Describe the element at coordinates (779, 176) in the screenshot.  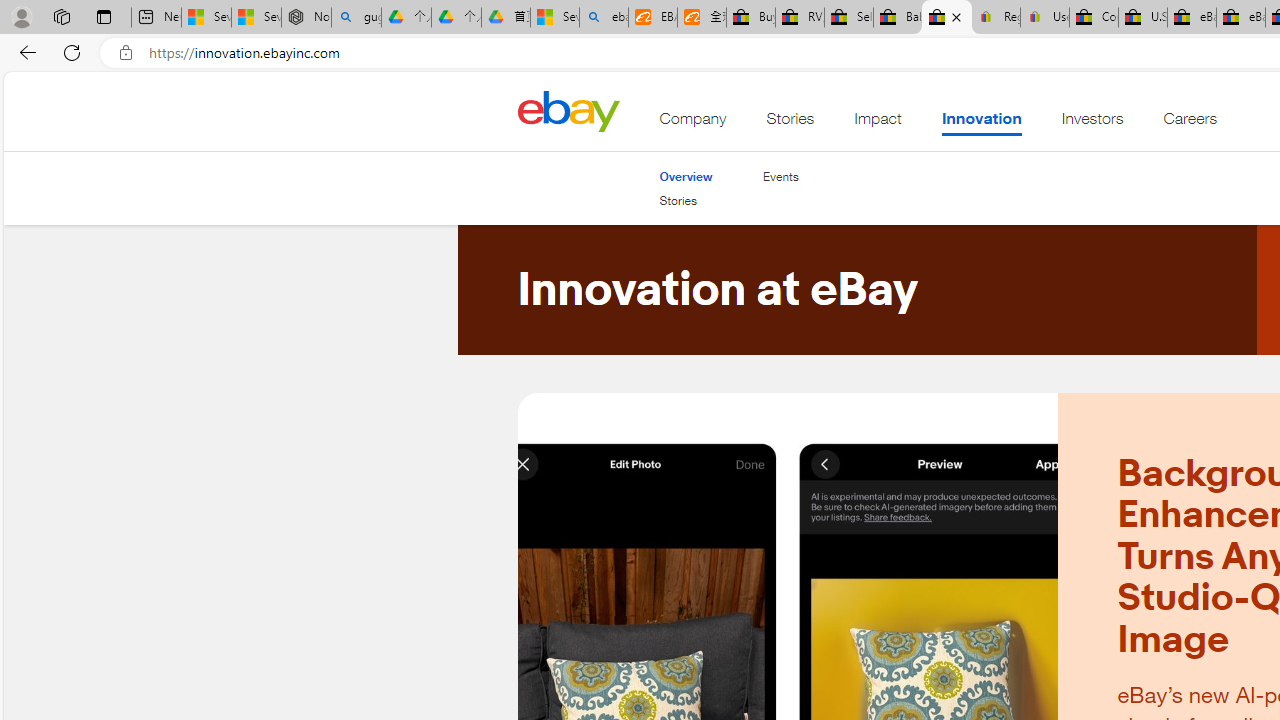
I see `'Events'` at that location.